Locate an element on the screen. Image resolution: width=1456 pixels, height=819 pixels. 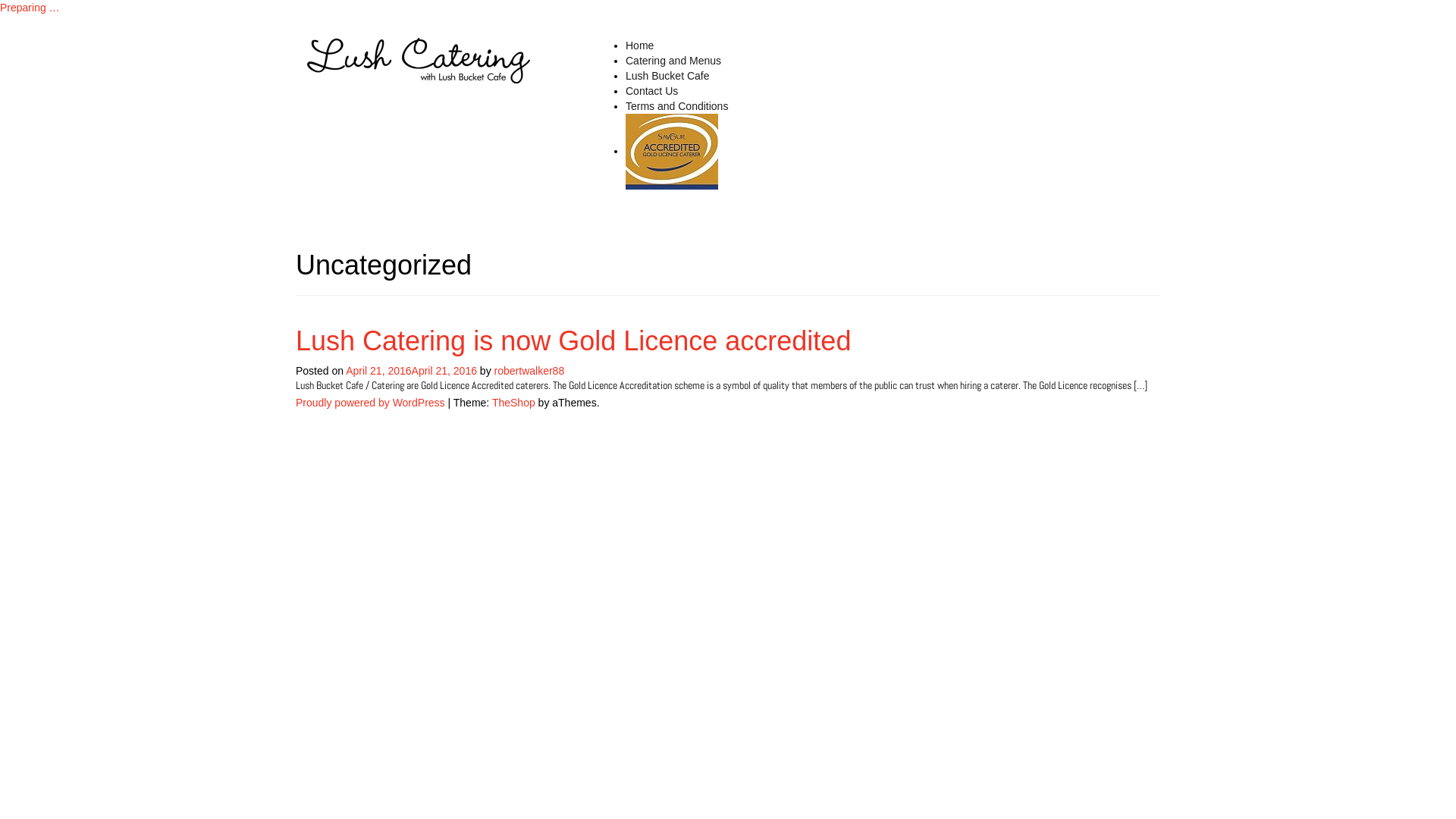
'Lush Catering is now Gold Licence accredited' is located at coordinates (671, 152).